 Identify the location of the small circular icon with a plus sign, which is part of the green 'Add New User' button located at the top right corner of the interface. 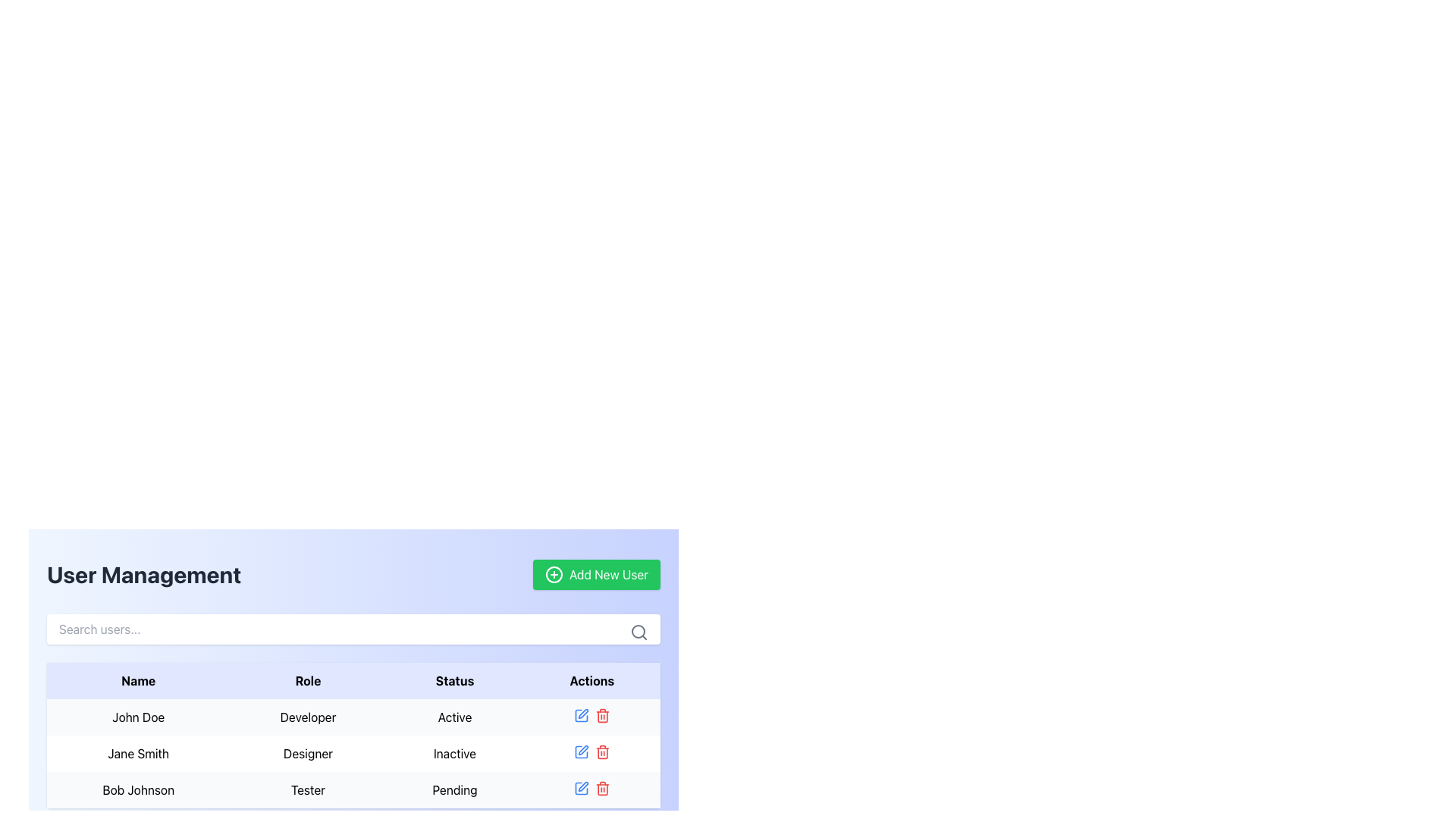
(553, 575).